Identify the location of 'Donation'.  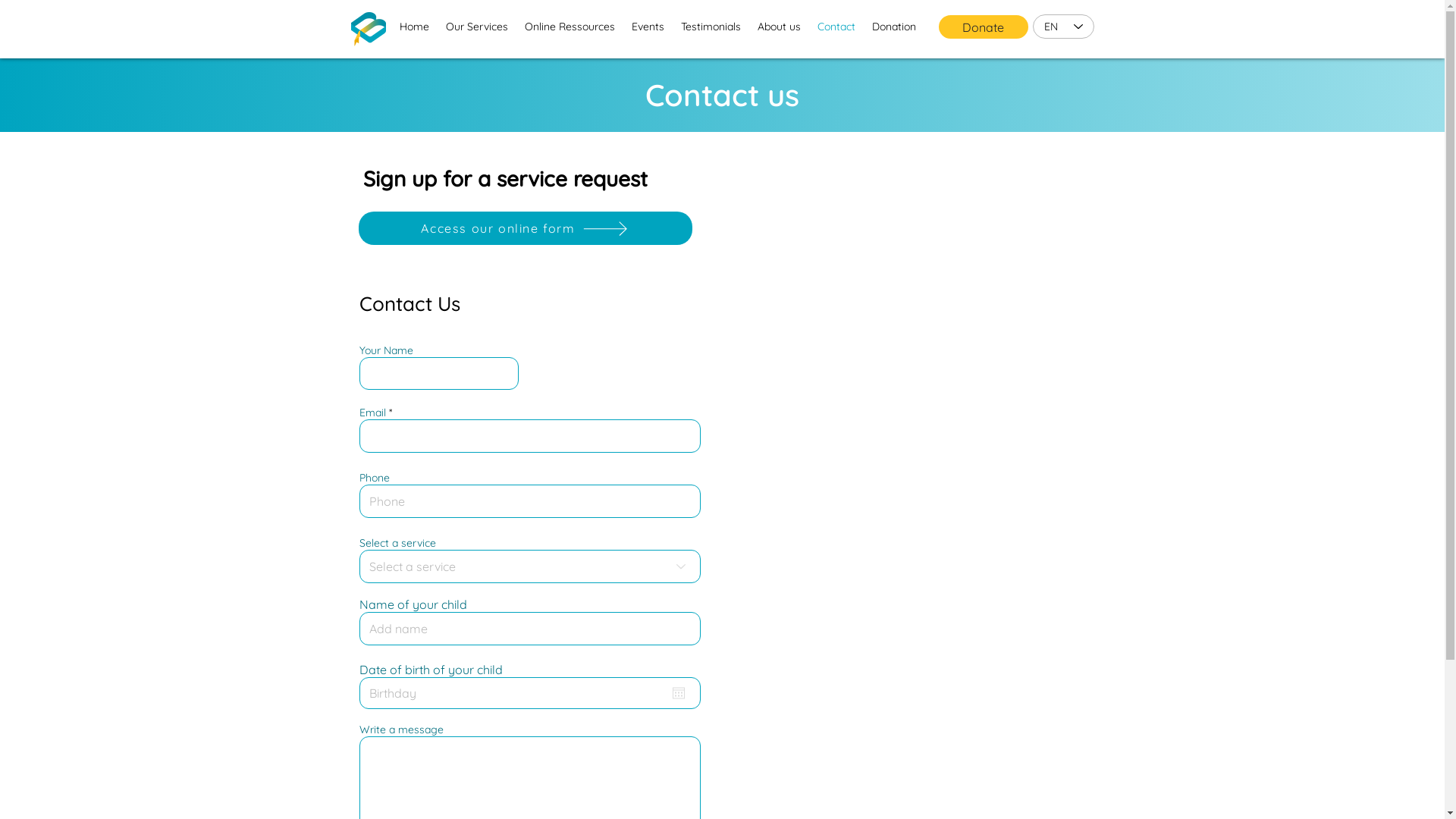
(862, 26).